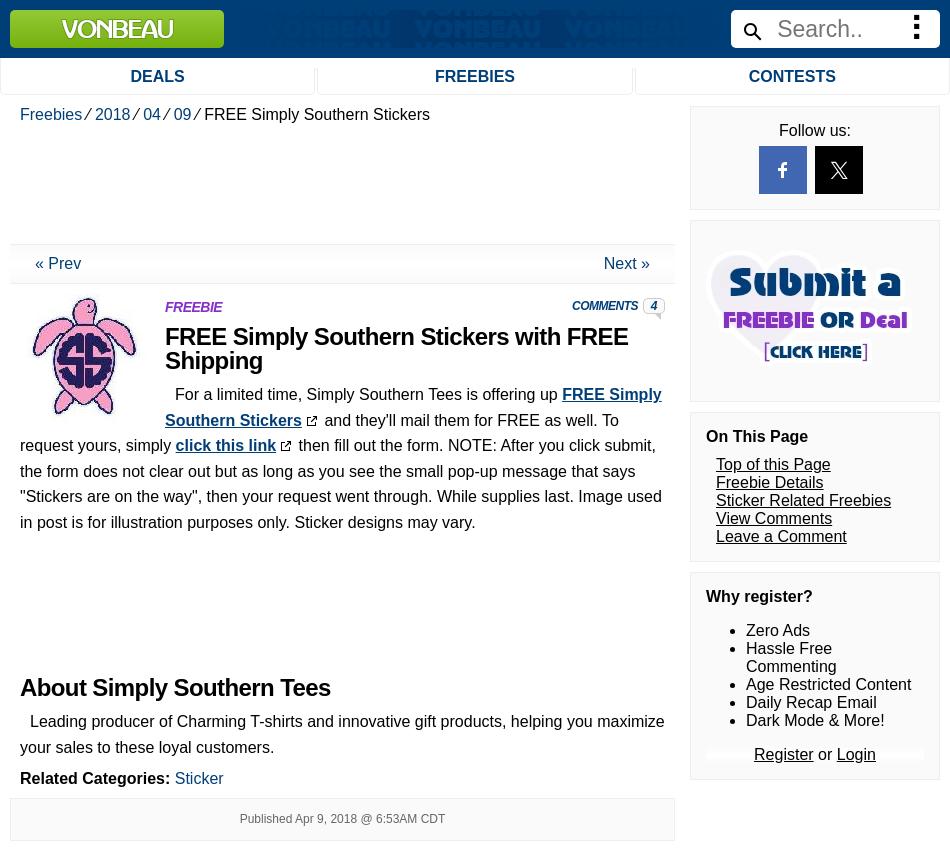 The image size is (950, 850). Describe the element at coordinates (165, 495) in the screenshot. I see `'Order your free kit, complete with stickers to use at your workplace to raise funds and awareness for Alzheimer's disease.'` at that location.